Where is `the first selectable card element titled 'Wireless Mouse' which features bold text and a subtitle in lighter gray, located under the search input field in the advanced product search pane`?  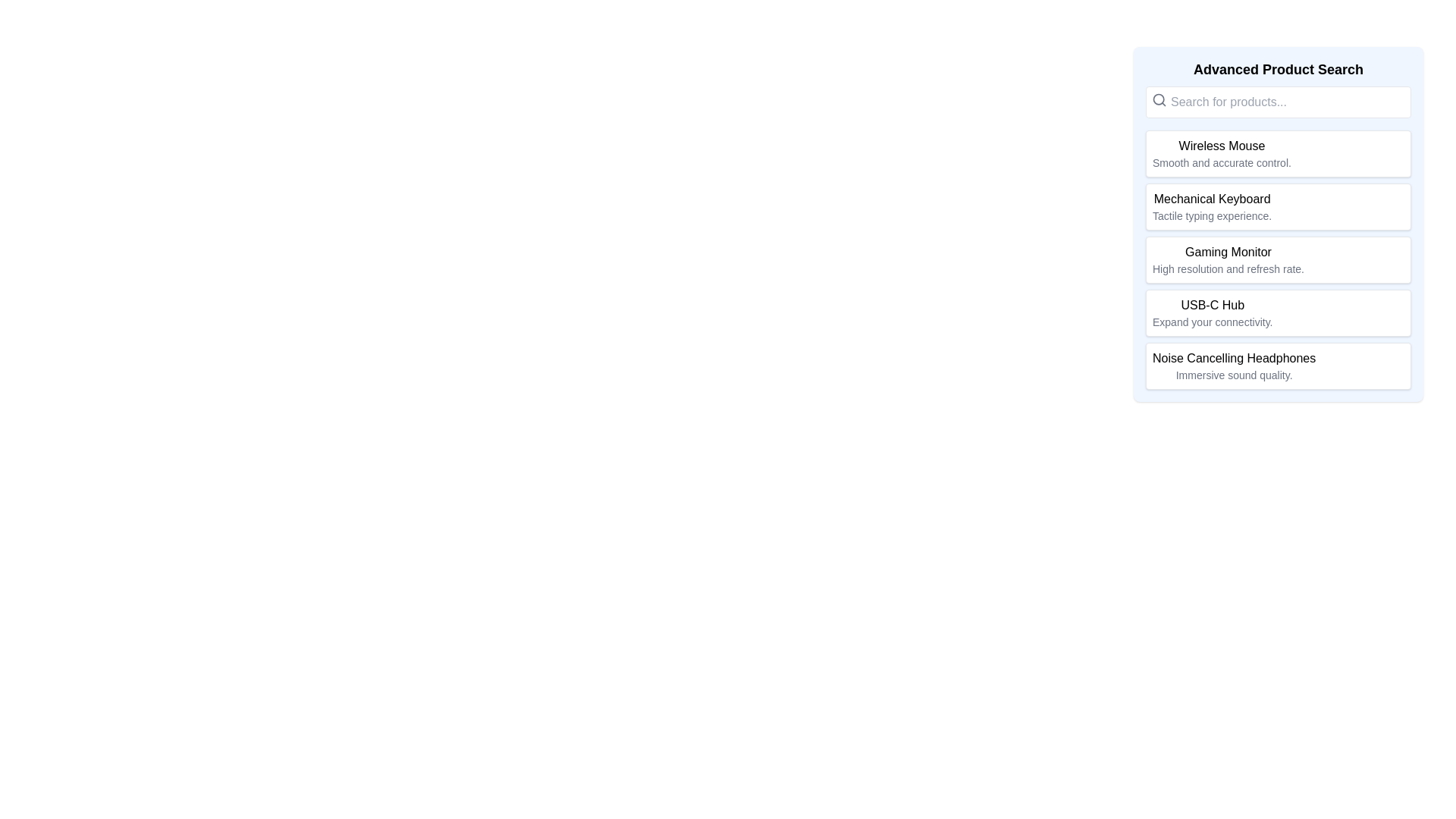
the first selectable card element titled 'Wireless Mouse' which features bold text and a subtitle in lighter gray, located under the search input field in the advanced product search pane is located at coordinates (1277, 154).